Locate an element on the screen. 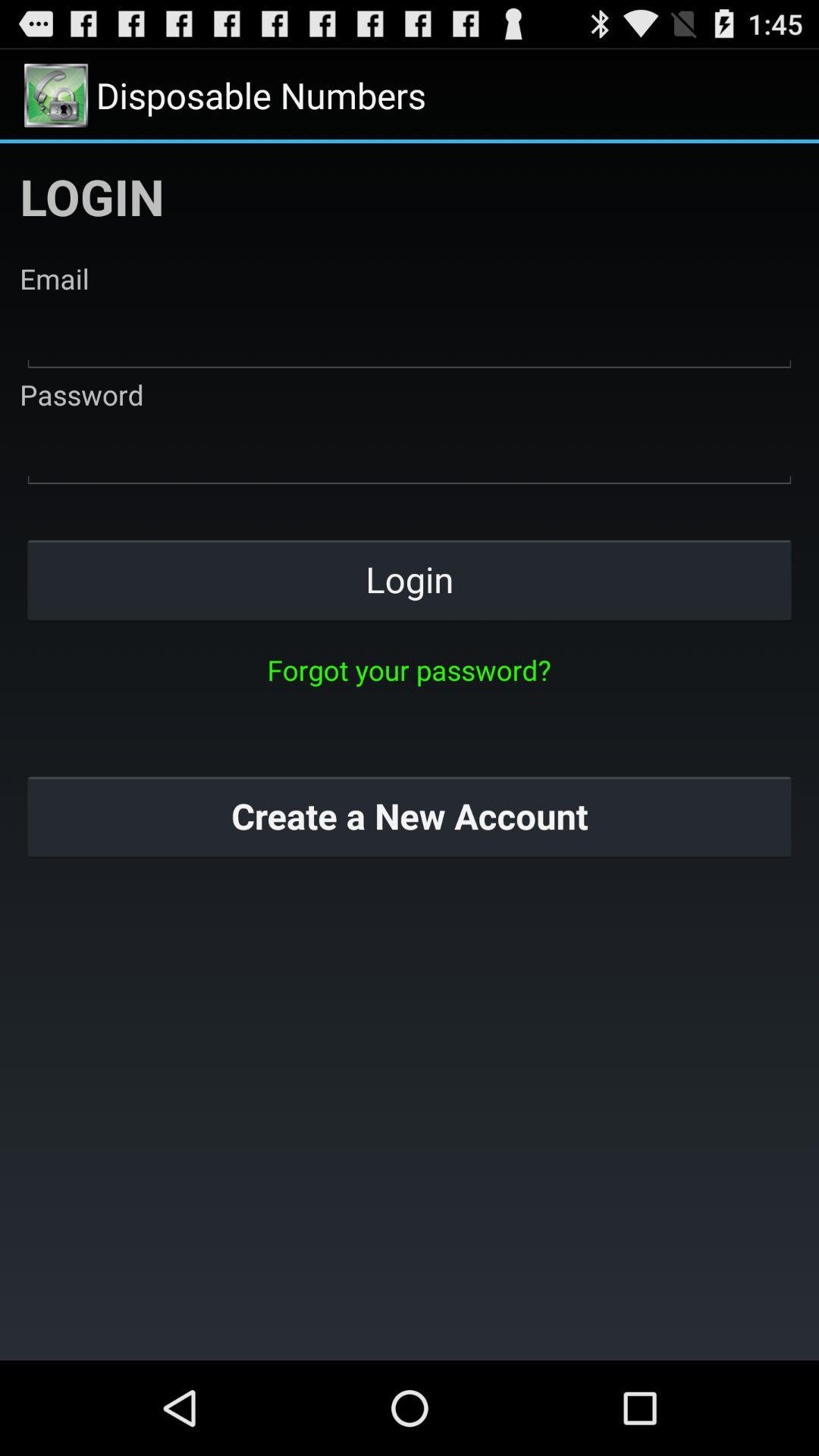 The height and width of the screenshot is (1456, 819). item below the forgot your password? is located at coordinates (409, 815).